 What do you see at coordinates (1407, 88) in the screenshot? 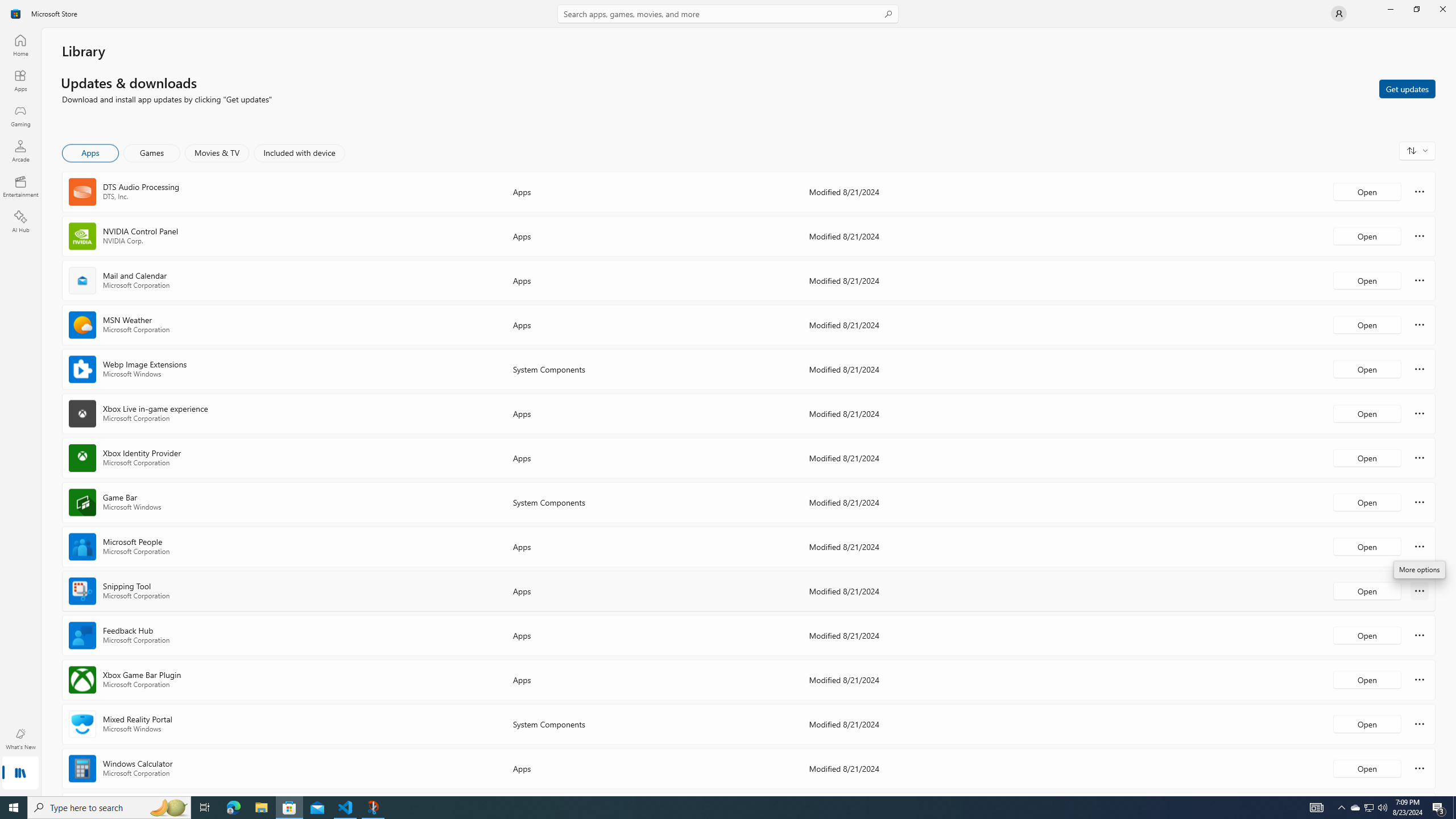
I see `'Get updates'` at bounding box center [1407, 88].